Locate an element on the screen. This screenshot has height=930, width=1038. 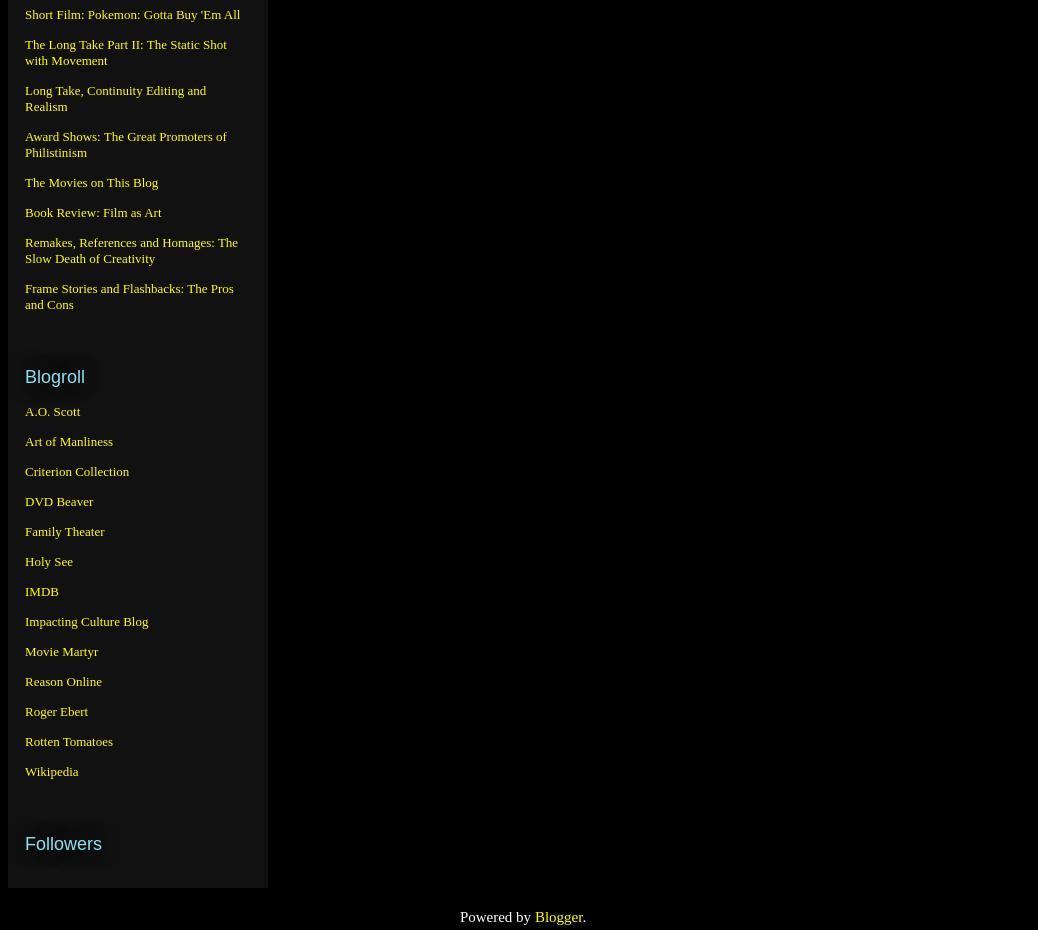
'Art of Manliness' is located at coordinates (24, 440).